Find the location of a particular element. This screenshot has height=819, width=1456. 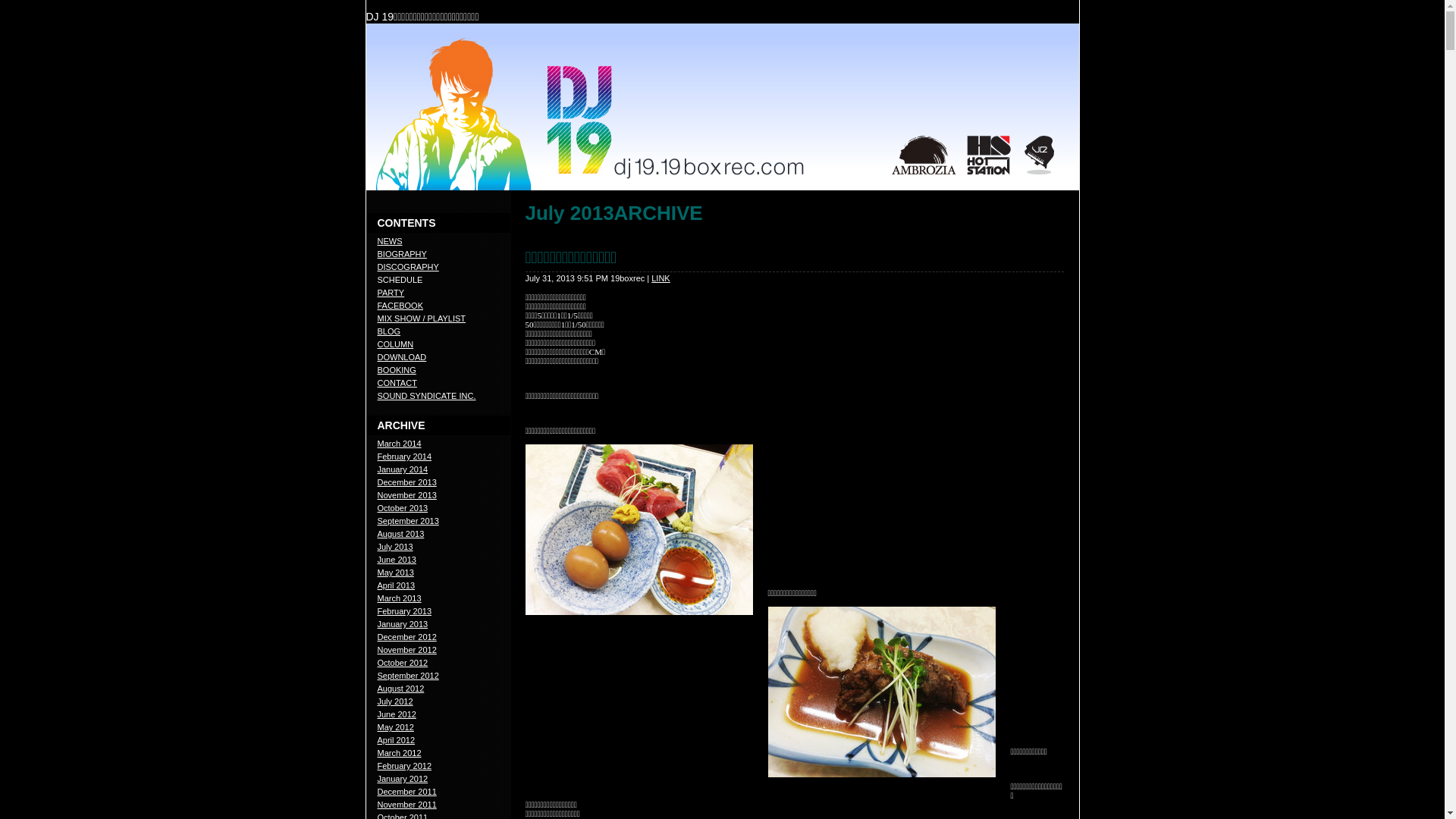

'October 2013' is located at coordinates (403, 508).